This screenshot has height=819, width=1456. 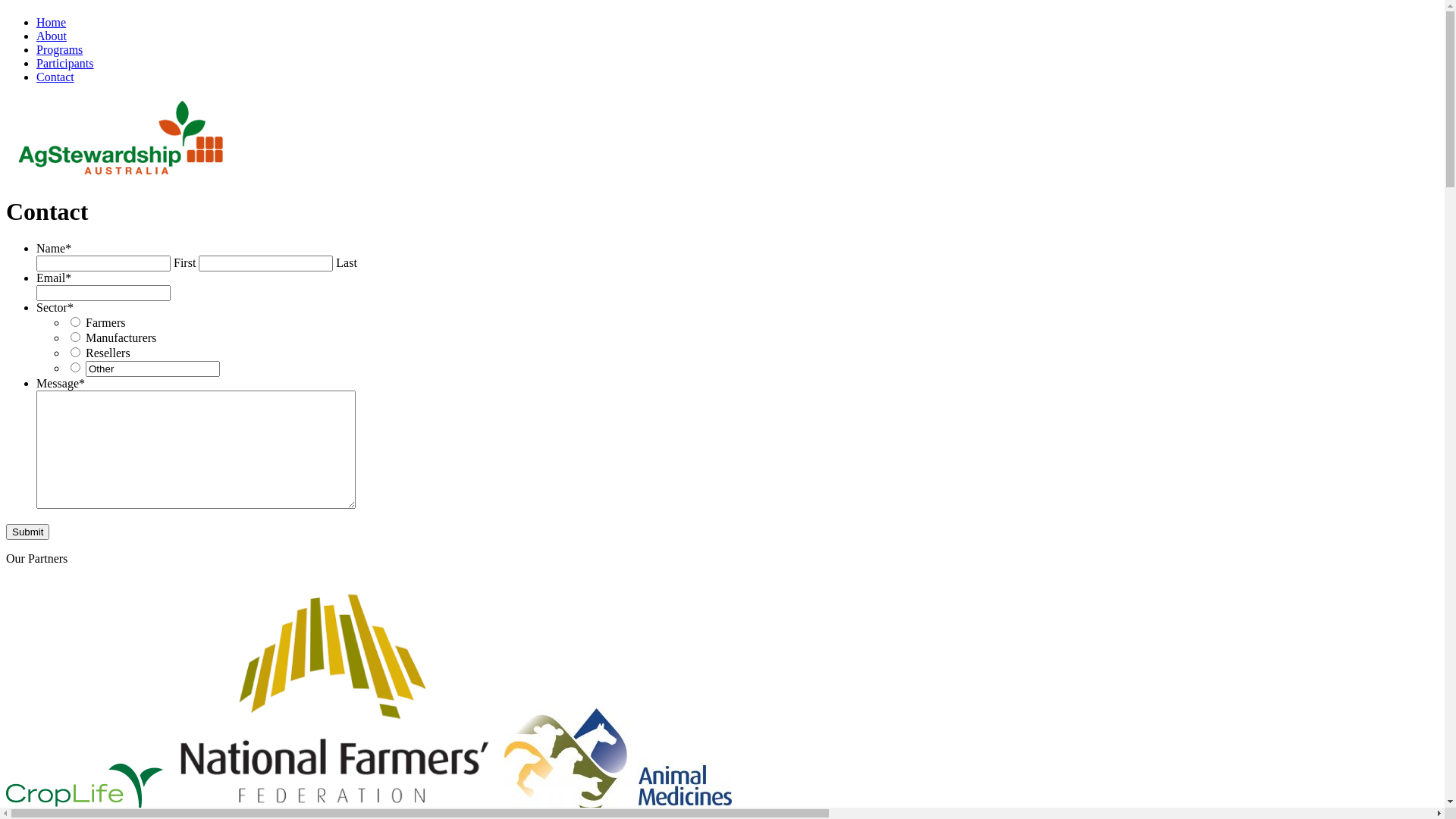 I want to click on 'Contact', so click(x=55, y=77).